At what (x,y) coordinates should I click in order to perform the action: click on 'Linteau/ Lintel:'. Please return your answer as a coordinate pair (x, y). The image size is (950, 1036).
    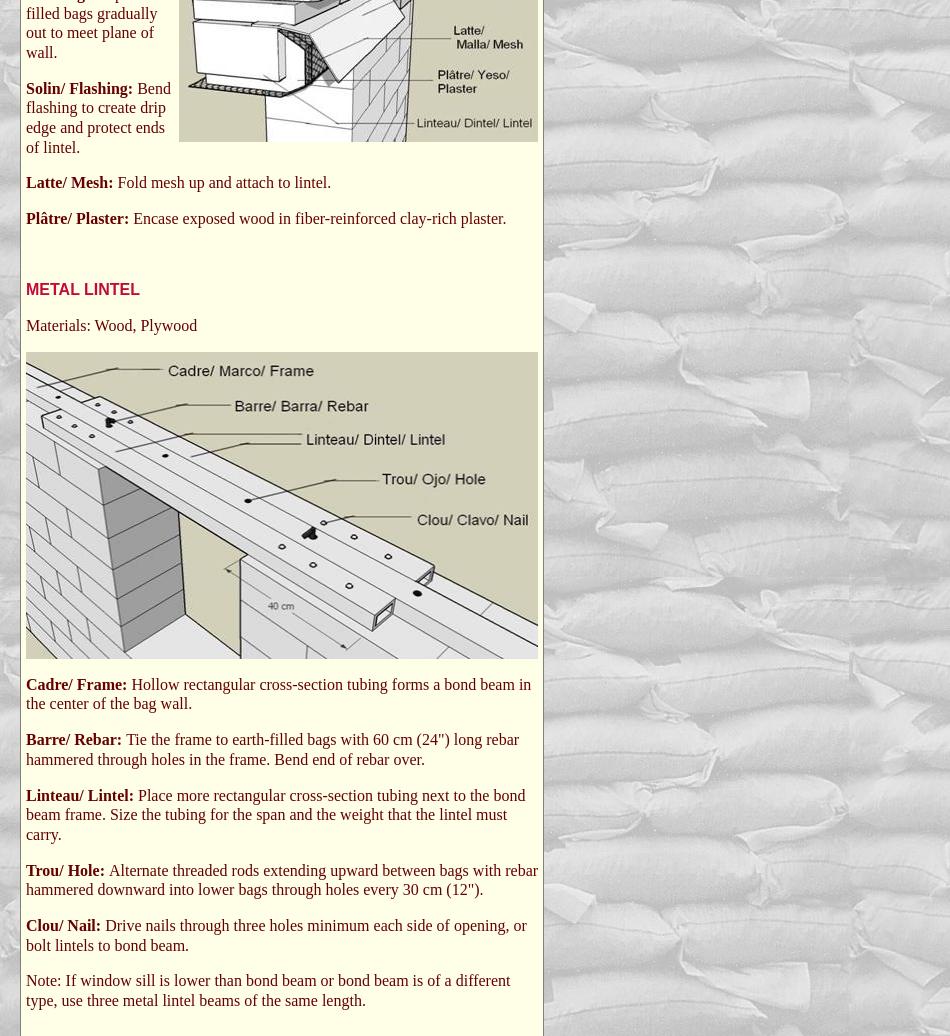
    Looking at the image, I should click on (81, 794).